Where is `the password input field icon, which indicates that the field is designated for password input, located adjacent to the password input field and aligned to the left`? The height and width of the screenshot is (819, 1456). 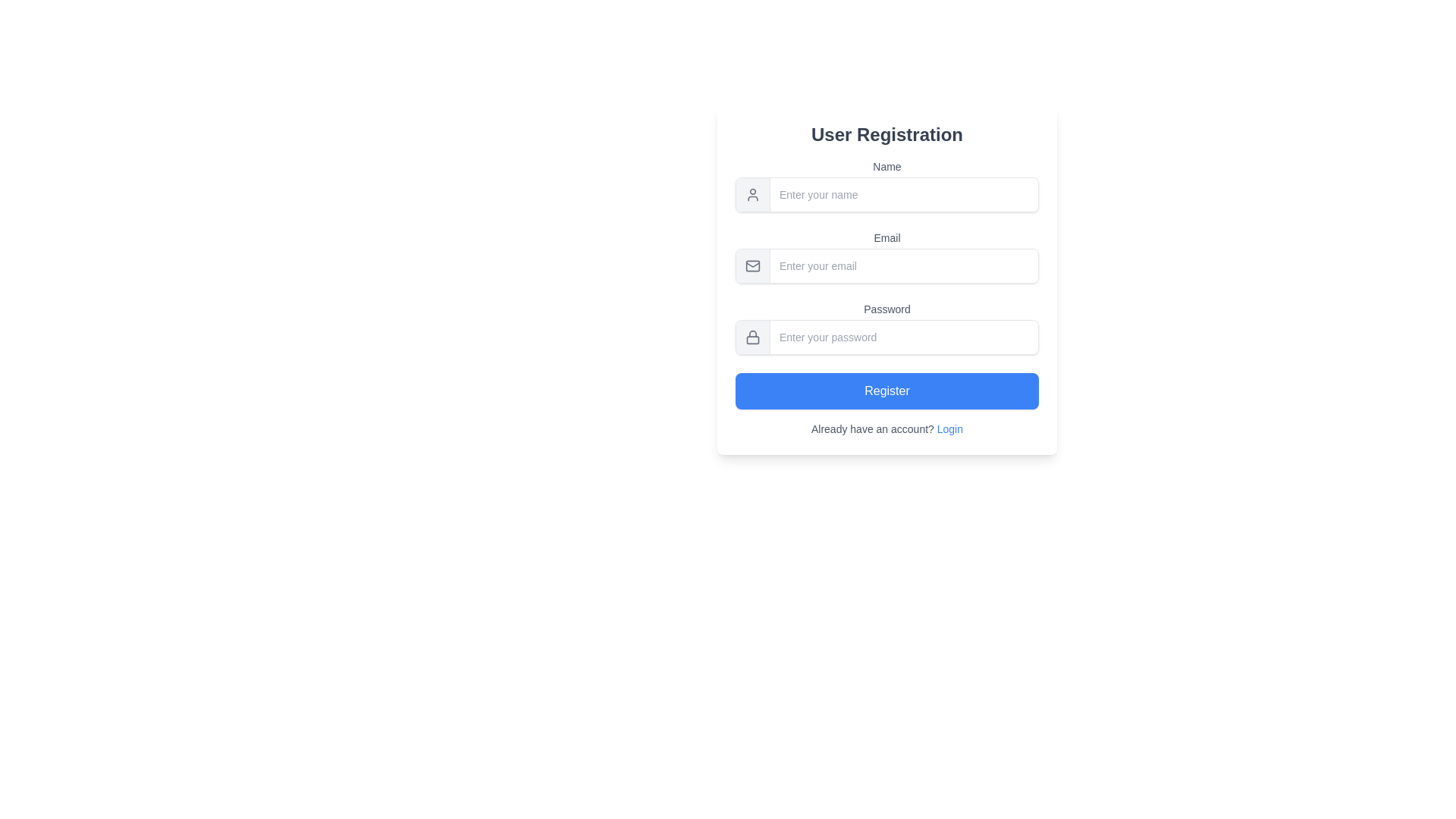 the password input field icon, which indicates that the field is designated for password input, located adjacent to the password input field and aligned to the left is located at coordinates (753, 336).